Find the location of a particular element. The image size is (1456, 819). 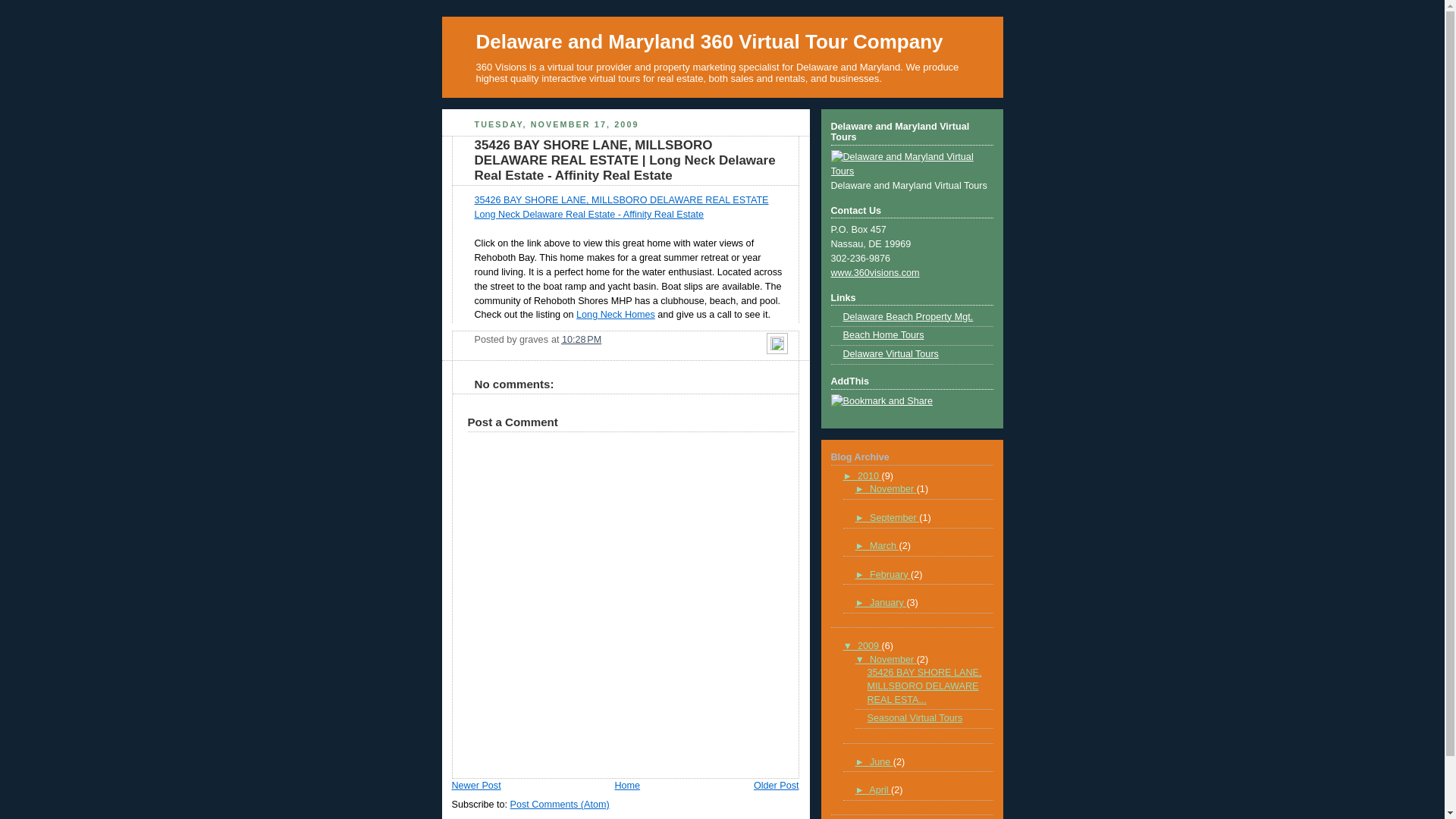

'Seasonal Virtual Tours' is located at coordinates (914, 717).